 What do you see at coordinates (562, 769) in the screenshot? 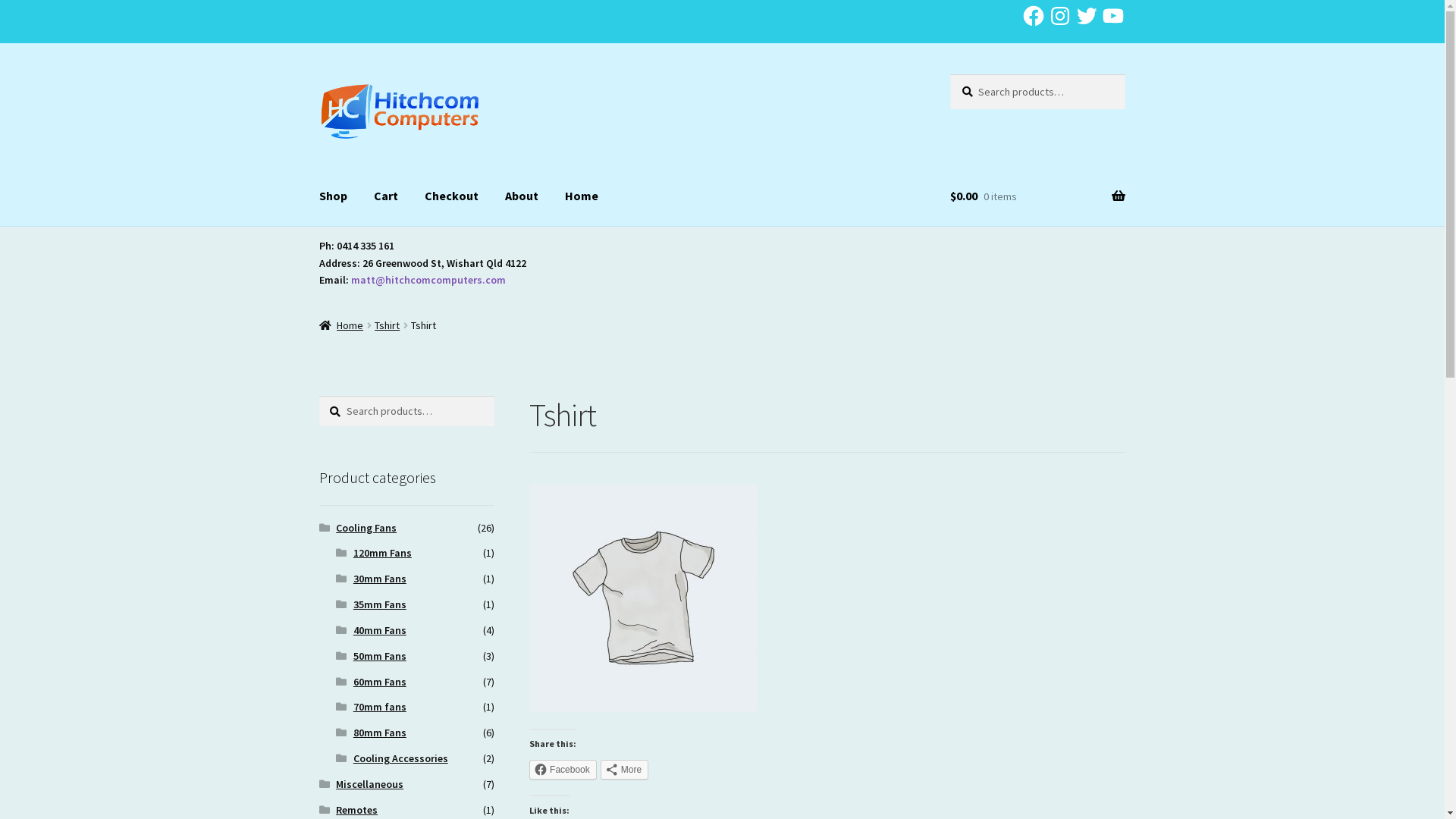
I see `'Facebook'` at bounding box center [562, 769].